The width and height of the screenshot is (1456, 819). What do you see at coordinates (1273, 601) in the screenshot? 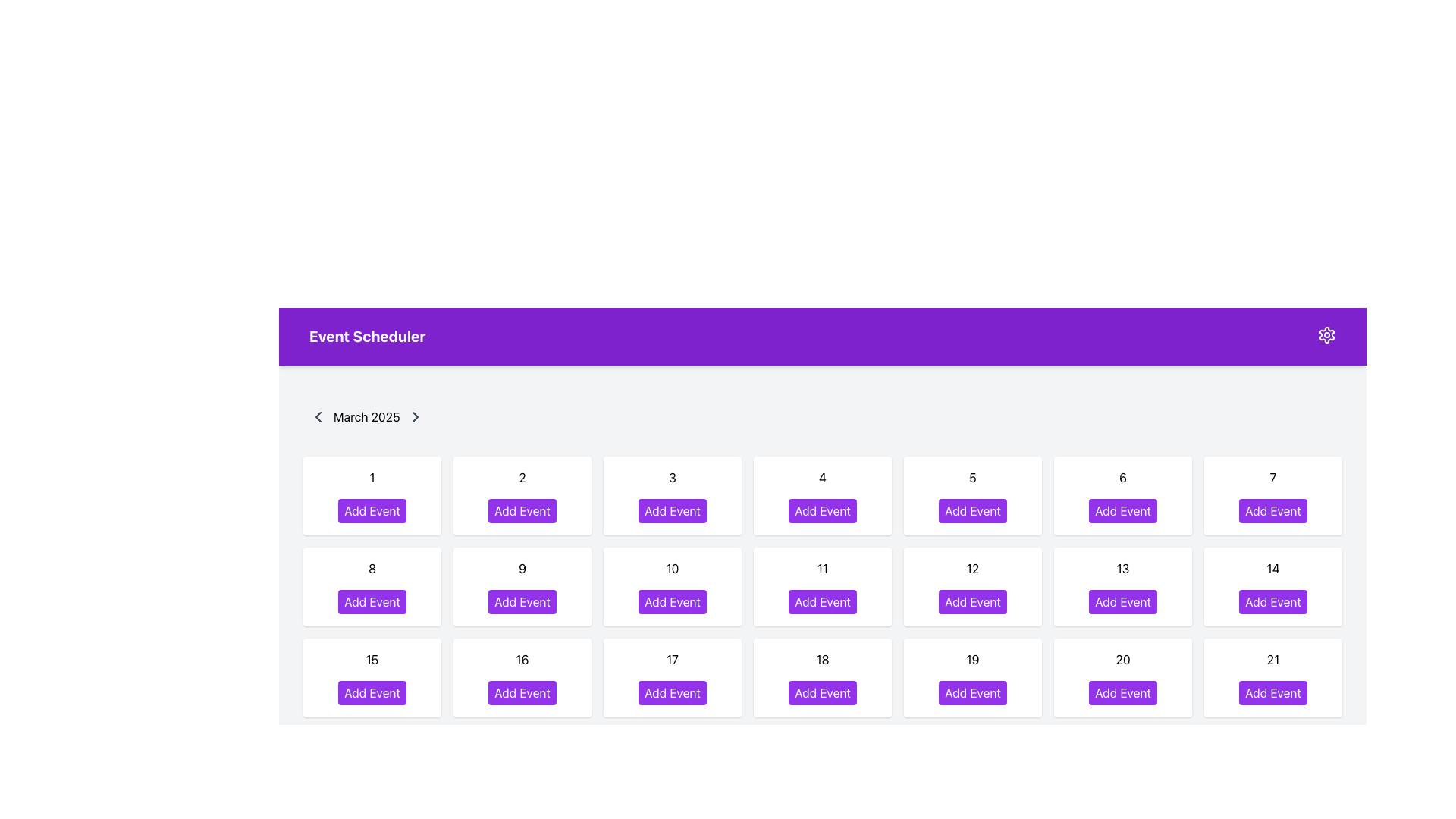
I see `the 'Add Event' button with a purple background and white text, positioned under the date '14' in the calendar interface` at bounding box center [1273, 601].